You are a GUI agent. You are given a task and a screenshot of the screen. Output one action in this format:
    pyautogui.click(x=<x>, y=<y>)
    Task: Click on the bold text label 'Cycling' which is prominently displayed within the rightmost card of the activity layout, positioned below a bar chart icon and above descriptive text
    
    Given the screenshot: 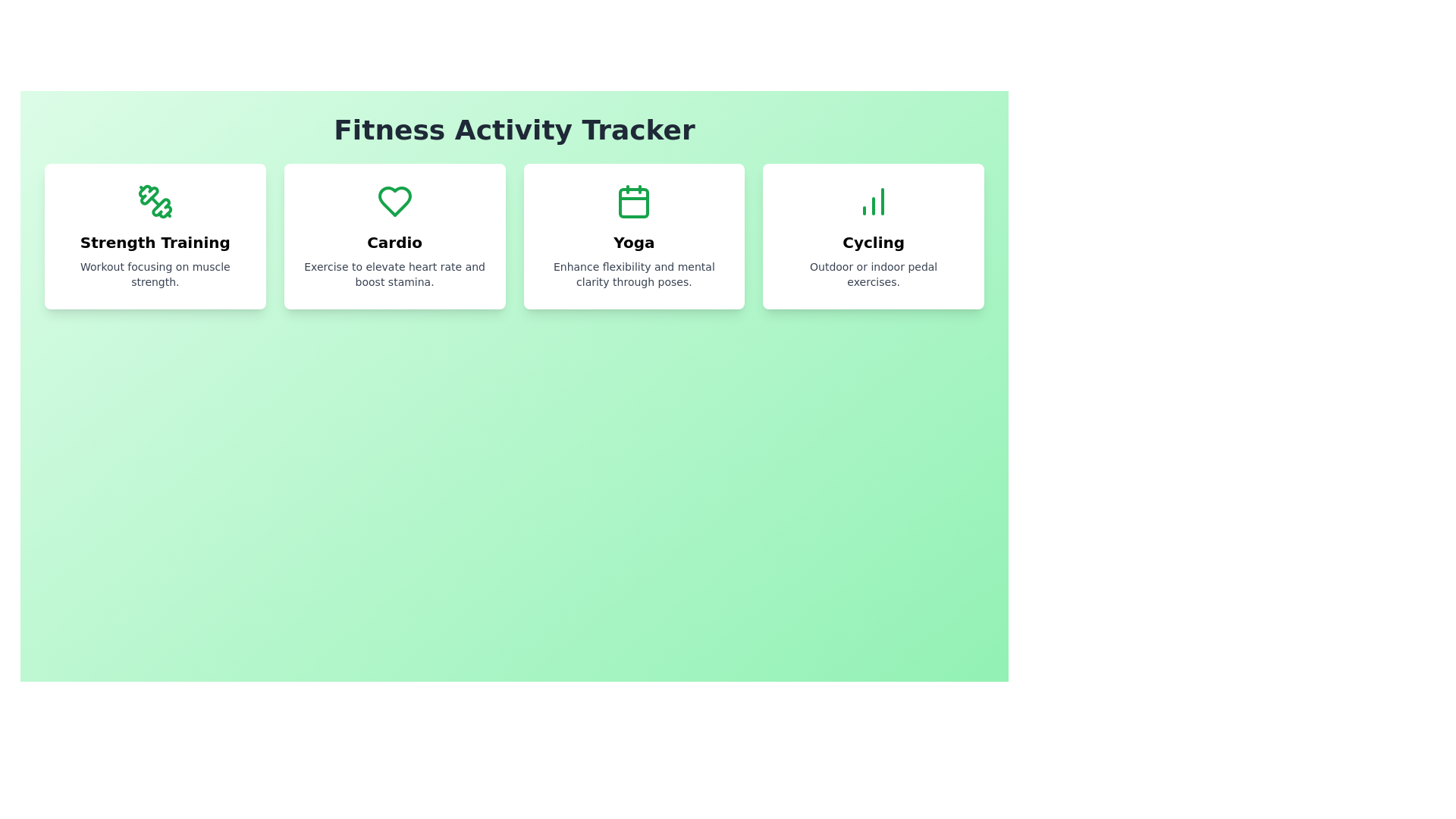 What is the action you would take?
    pyautogui.click(x=874, y=242)
    